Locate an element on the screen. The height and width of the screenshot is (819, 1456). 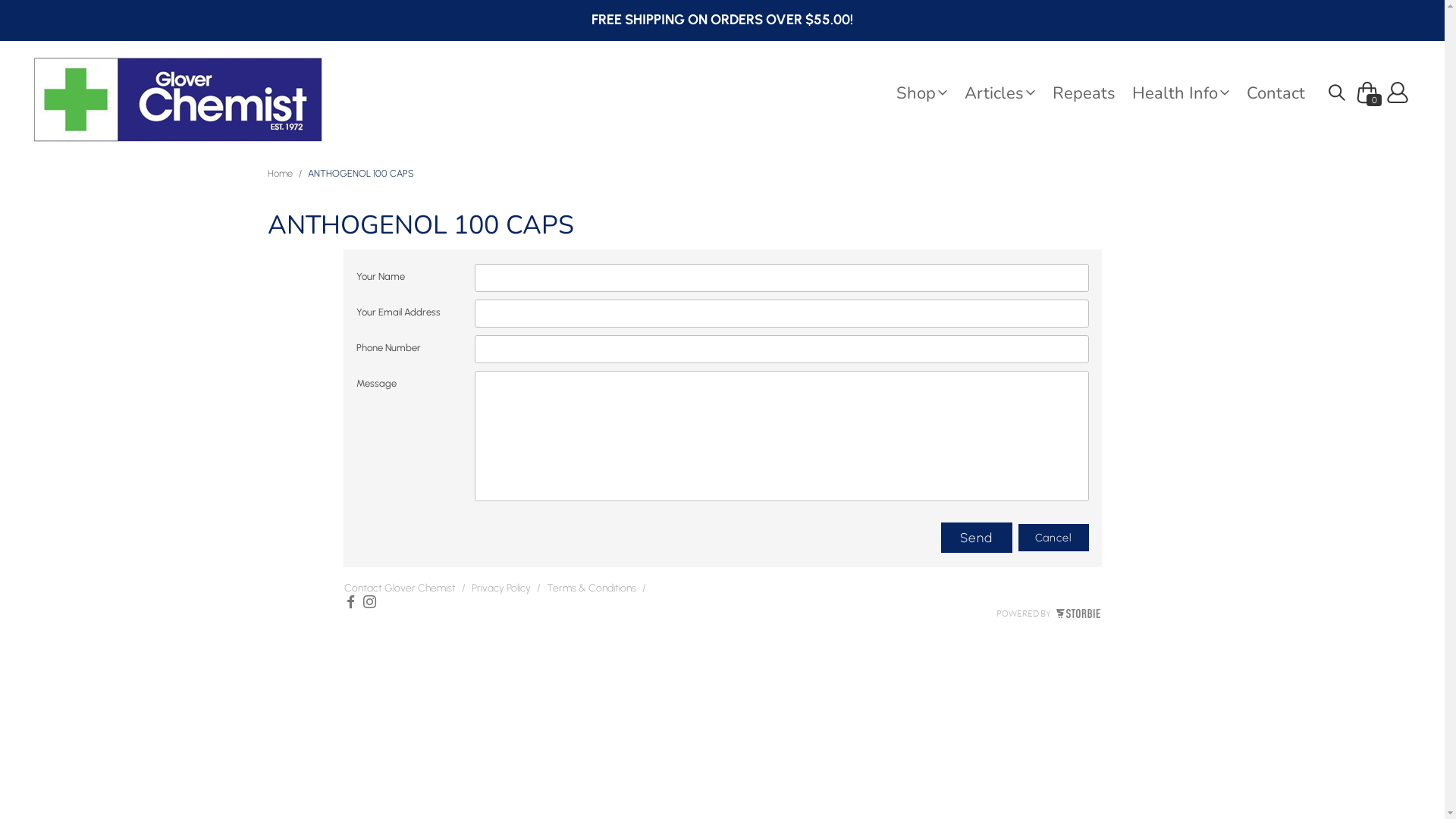
'Privacy Policy' is located at coordinates (501, 590).